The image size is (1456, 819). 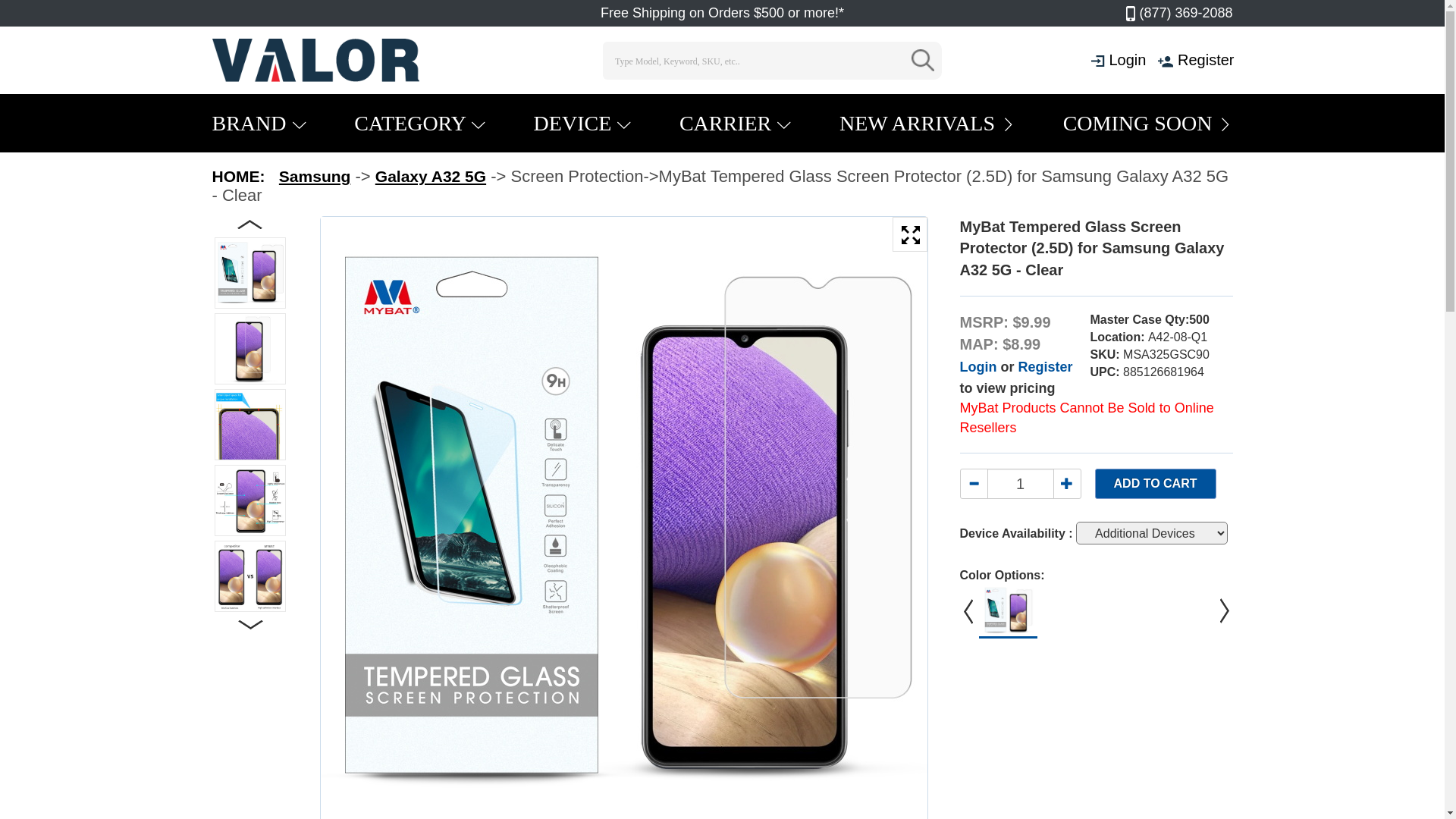 What do you see at coordinates (1154, 483) in the screenshot?
I see `'ADD TO CART'` at bounding box center [1154, 483].